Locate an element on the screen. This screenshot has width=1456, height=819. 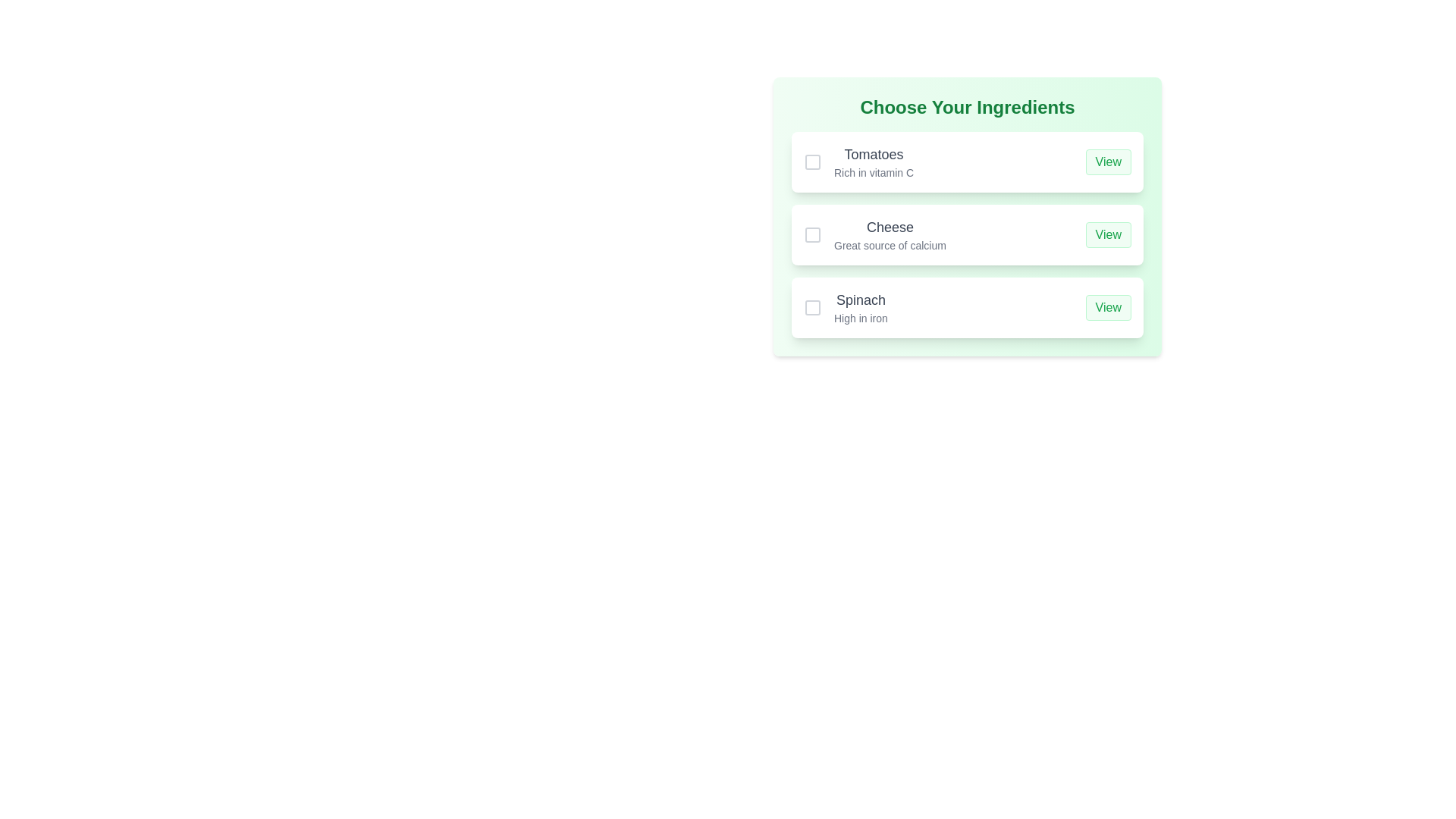
the label group that describes 'Tomatoes' and highlights its nutritional attribute 'Rich in vitamin C', located in the 'Choose Your Ingredients' section, positioned to the right of a checkbox and to the left of the 'View' button is located at coordinates (874, 162).